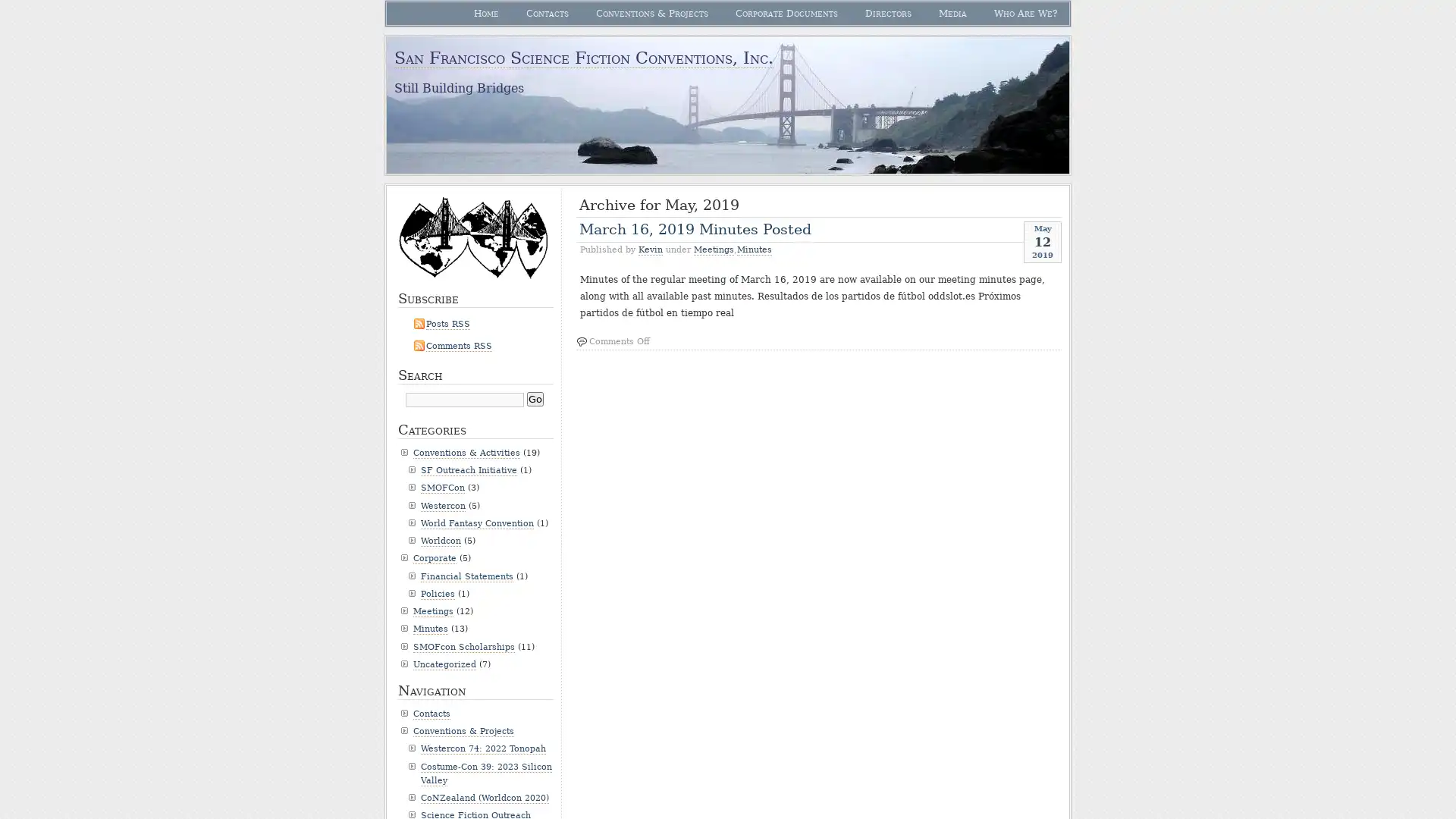 This screenshot has width=1456, height=819. What do you see at coordinates (535, 397) in the screenshot?
I see `Go` at bounding box center [535, 397].